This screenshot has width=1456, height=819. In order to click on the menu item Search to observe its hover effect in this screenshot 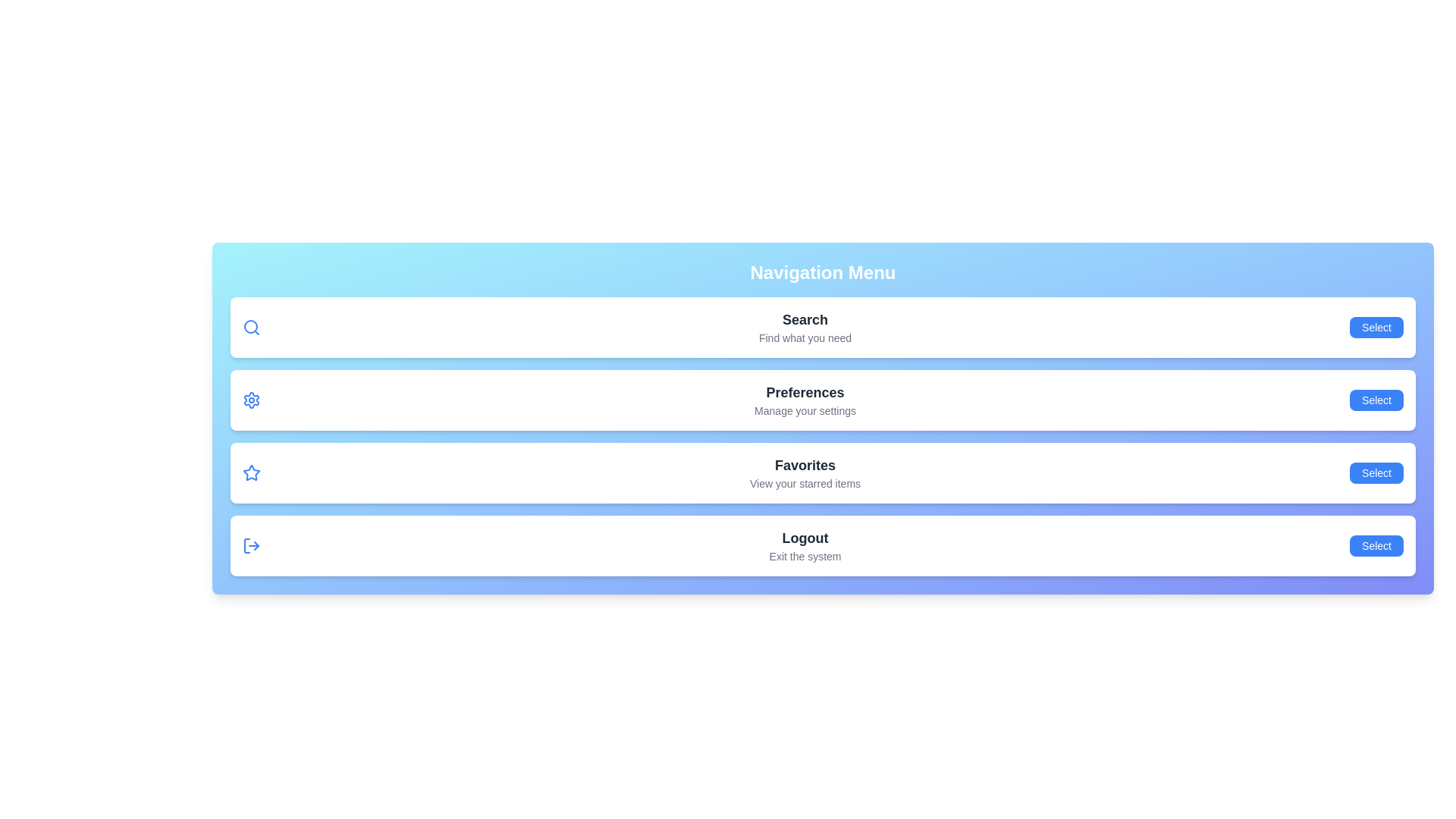, I will do `click(822, 327)`.